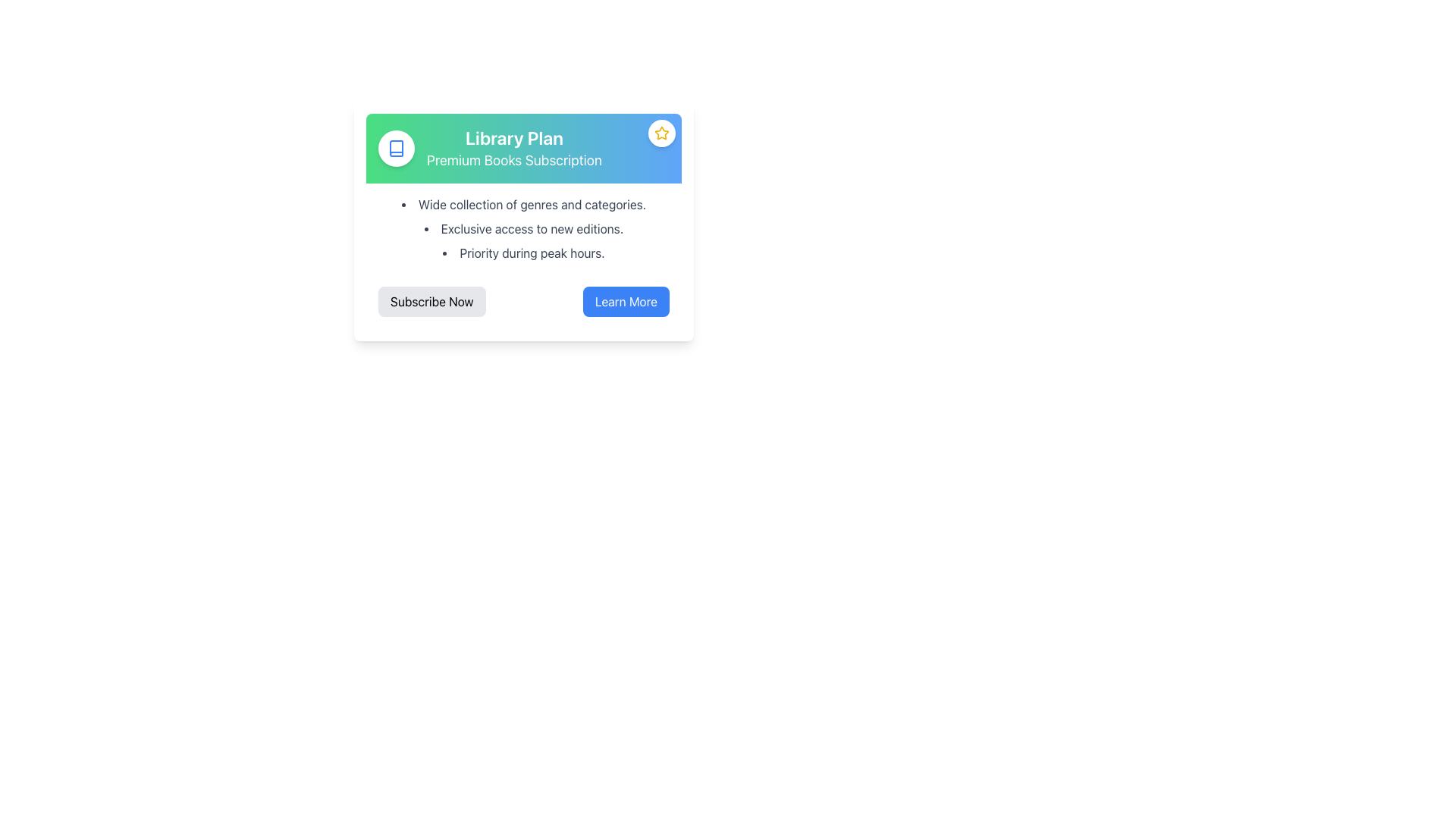 The width and height of the screenshot is (1456, 819). I want to click on the bright yellow star-shaped icon in the top-right corner of the 'Library Plan' card to mark it as favorite, so click(662, 133).